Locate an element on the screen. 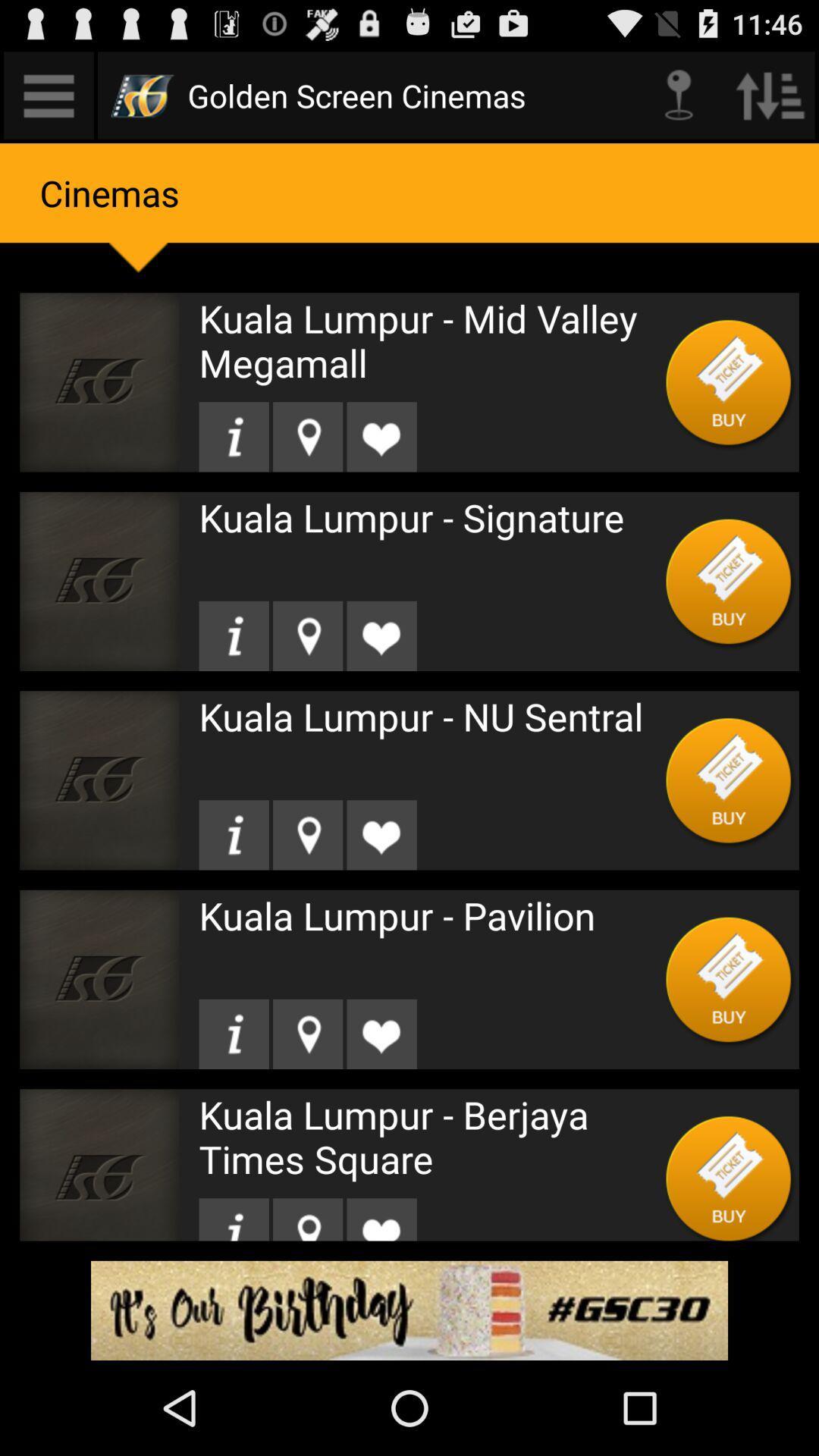 The width and height of the screenshot is (819, 1456). like it is located at coordinates (381, 1219).